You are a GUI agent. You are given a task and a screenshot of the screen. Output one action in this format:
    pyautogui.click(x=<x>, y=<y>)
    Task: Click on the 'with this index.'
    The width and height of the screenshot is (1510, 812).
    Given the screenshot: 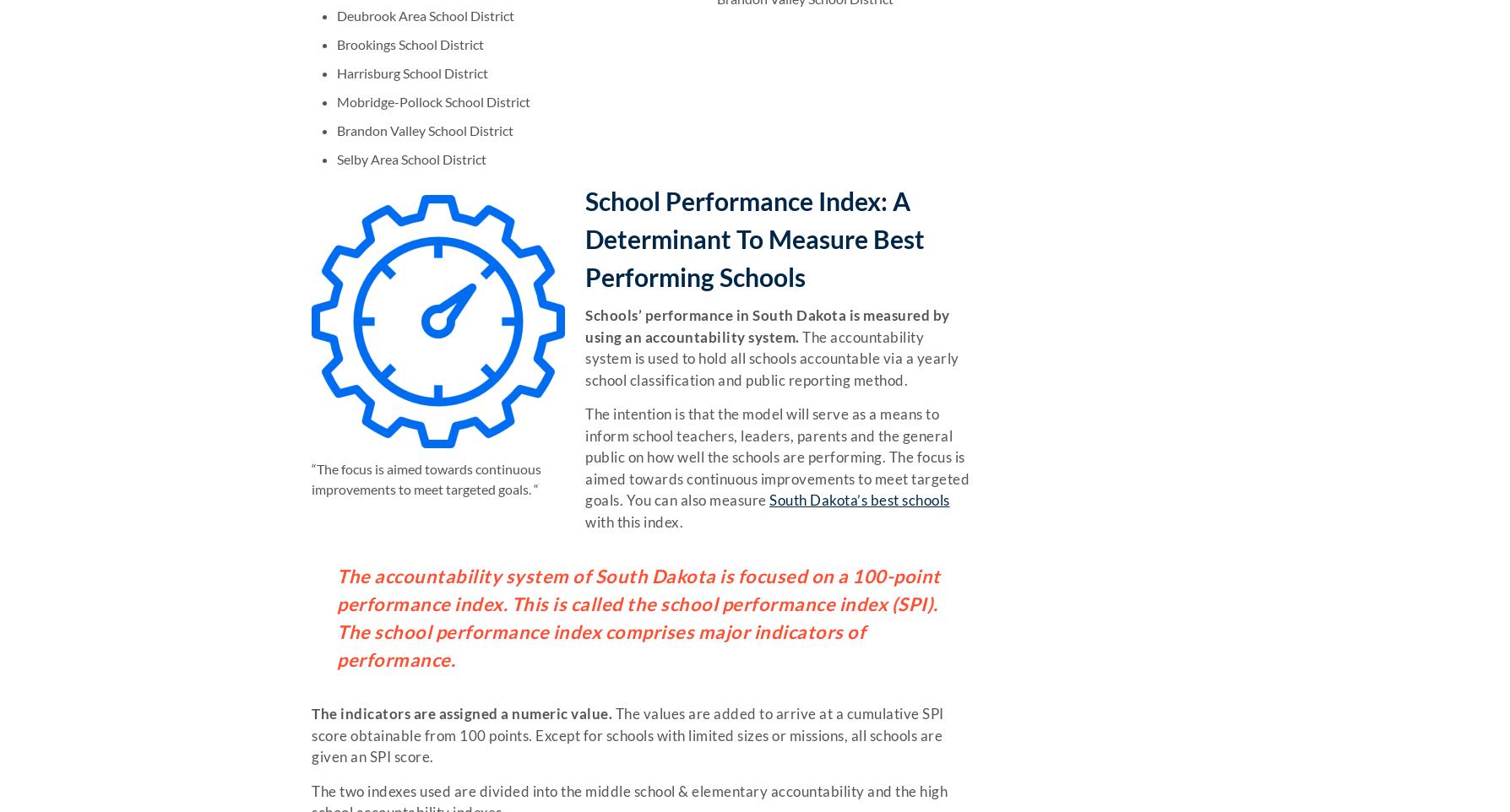 What is the action you would take?
    pyautogui.click(x=584, y=520)
    